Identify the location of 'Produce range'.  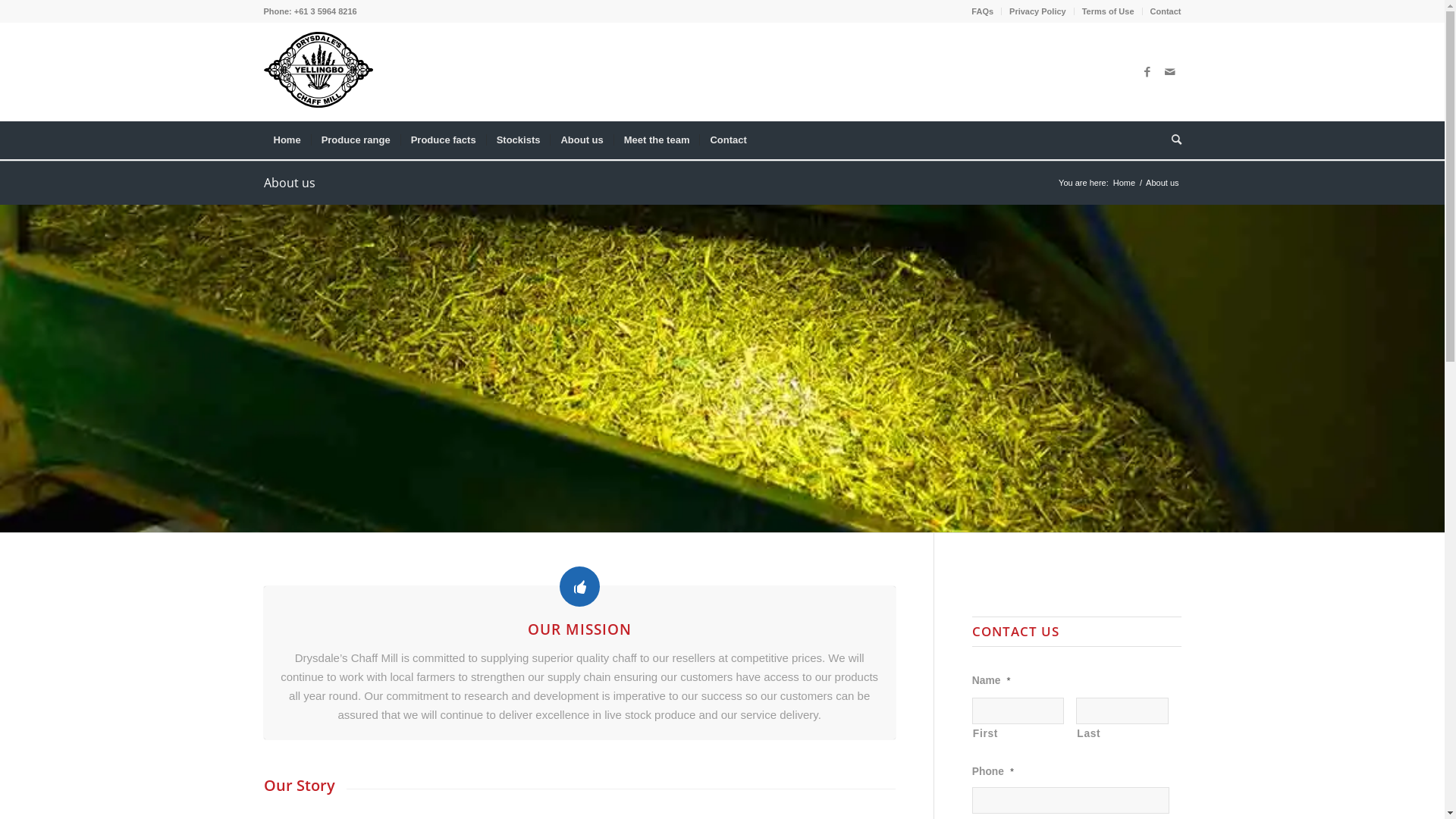
(355, 140).